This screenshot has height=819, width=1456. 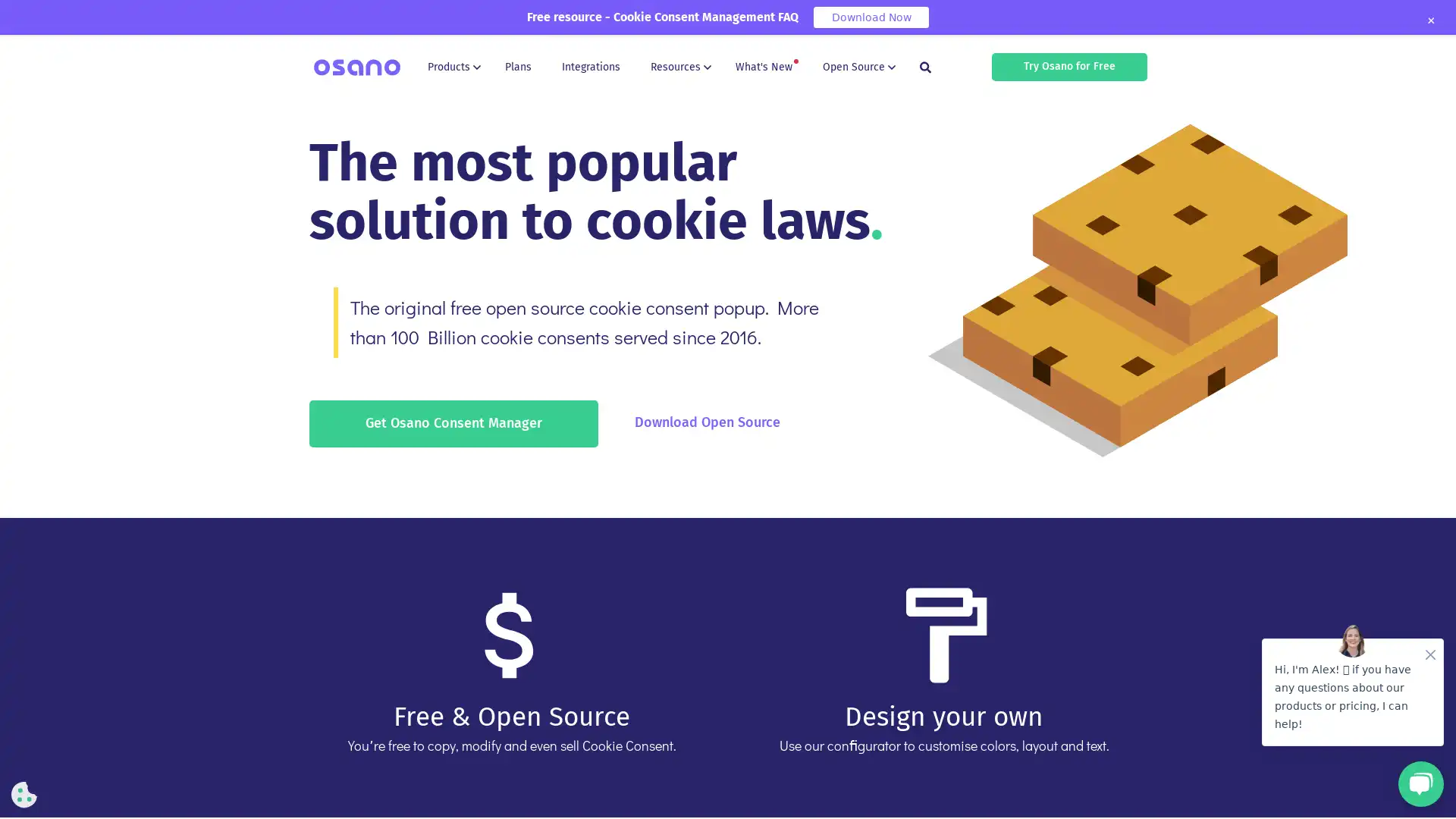 What do you see at coordinates (1429, 20) in the screenshot?
I see `Close` at bounding box center [1429, 20].